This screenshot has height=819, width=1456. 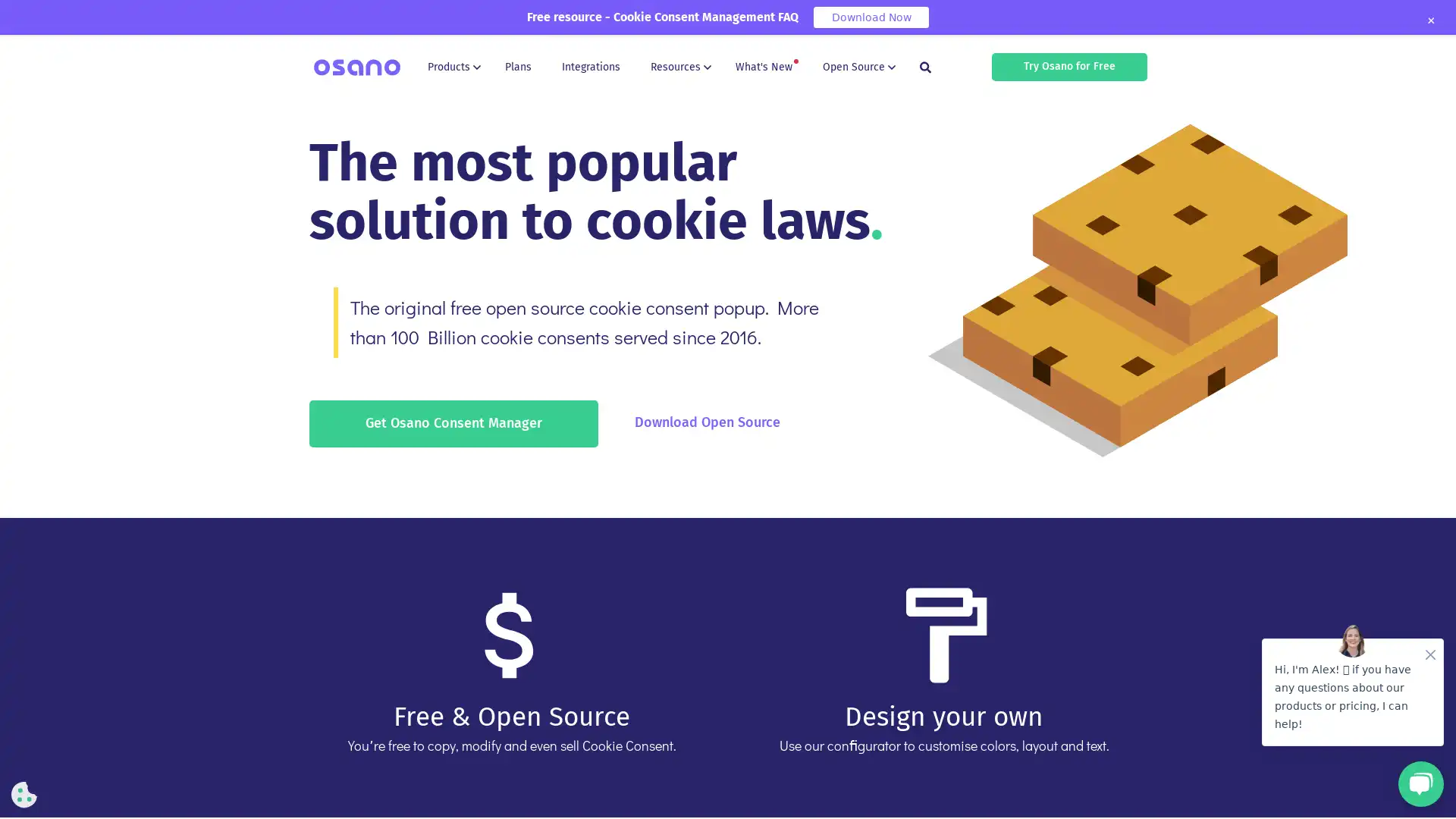 What do you see at coordinates (1429, 20) in the screenshot?
I see `Close` at bounding box center [1429, 20].